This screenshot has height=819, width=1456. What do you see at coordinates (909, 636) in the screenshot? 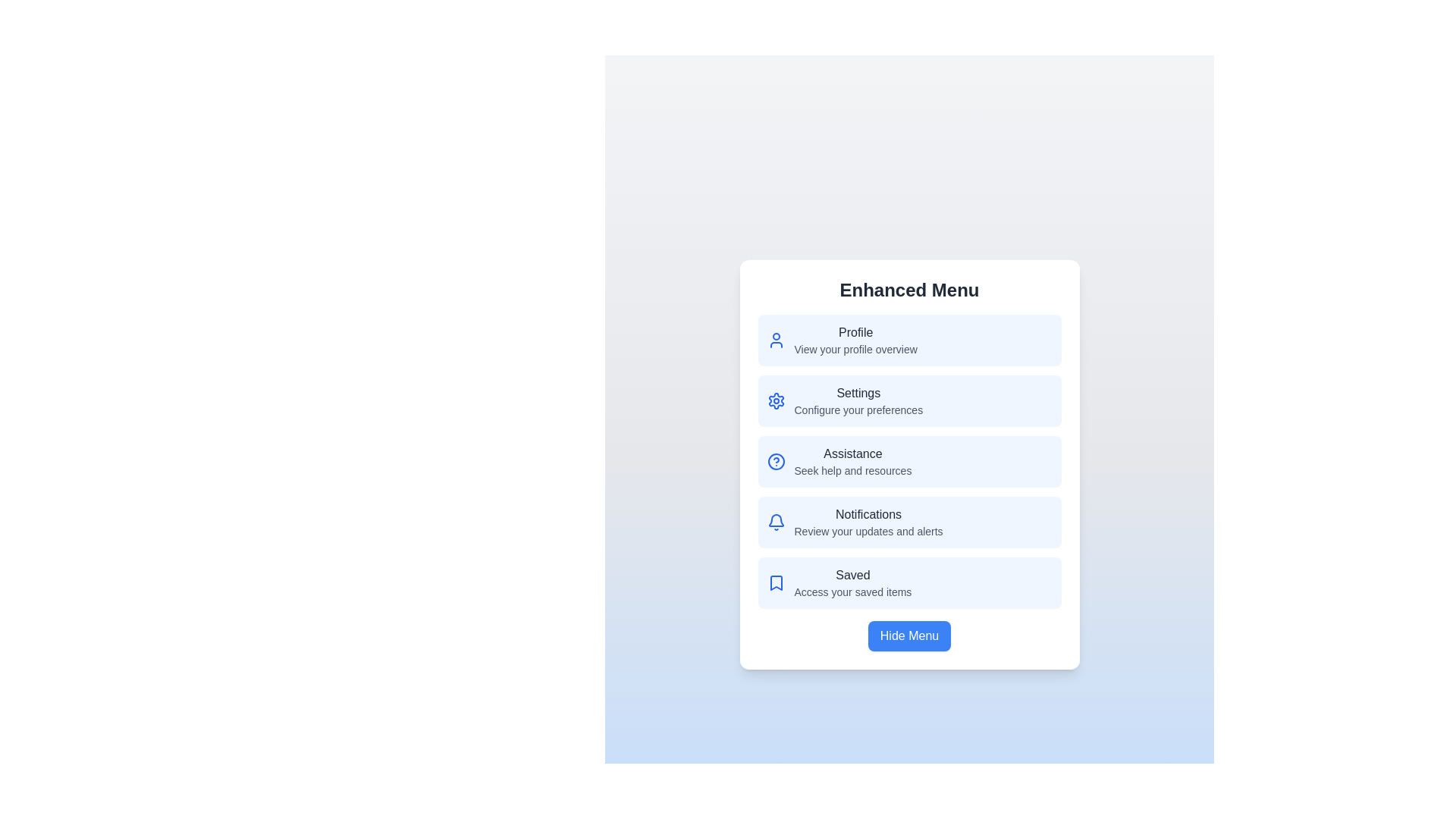
I see `the 'Hide Menu' button to toggle the menu visibility` at bounding box center [909, 636].